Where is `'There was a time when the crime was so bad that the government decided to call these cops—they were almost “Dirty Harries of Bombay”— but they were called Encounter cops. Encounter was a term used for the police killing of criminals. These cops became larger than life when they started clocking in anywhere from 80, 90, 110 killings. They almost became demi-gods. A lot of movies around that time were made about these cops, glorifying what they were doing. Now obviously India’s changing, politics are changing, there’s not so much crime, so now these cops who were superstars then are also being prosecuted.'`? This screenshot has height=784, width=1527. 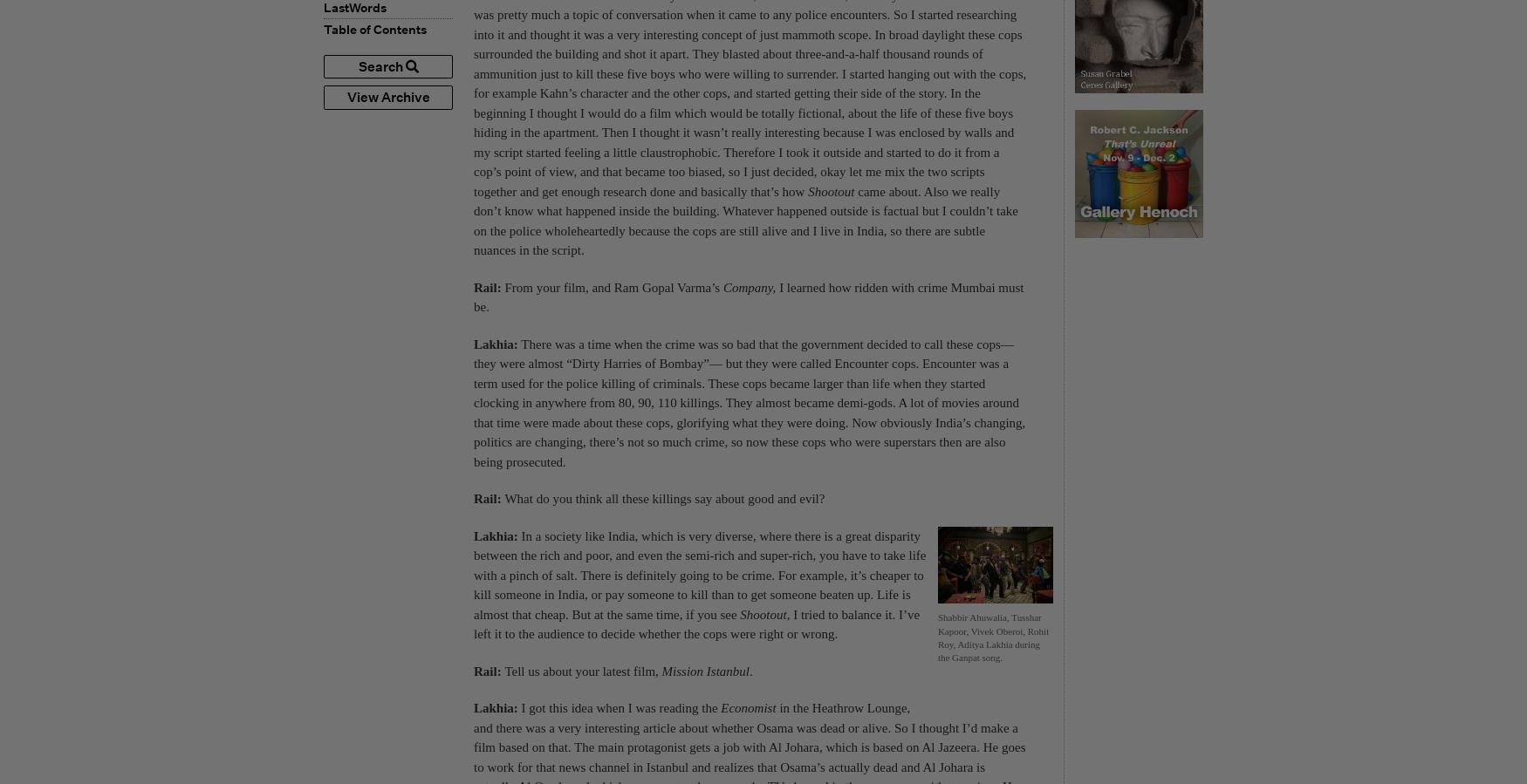
'There was a time when the crime was so bad that the government decided to call these cops—they were almost “Dirty Harries of Bombay”— but they were called Encounter cops. Encounter was a term used for the police killing of criminals. These cops became larger than life when they started clocking in anywhere from 80, 90, 110 killings. They almost became demi-gods. A lot of movies around that time were made about these cops, glorifying what they were doing. Now obviously India’s changing, politics are changing, there’s not so much crime, so now these cops who were superstars then are also being prosecuted.' is located at coordinates (750, 402).